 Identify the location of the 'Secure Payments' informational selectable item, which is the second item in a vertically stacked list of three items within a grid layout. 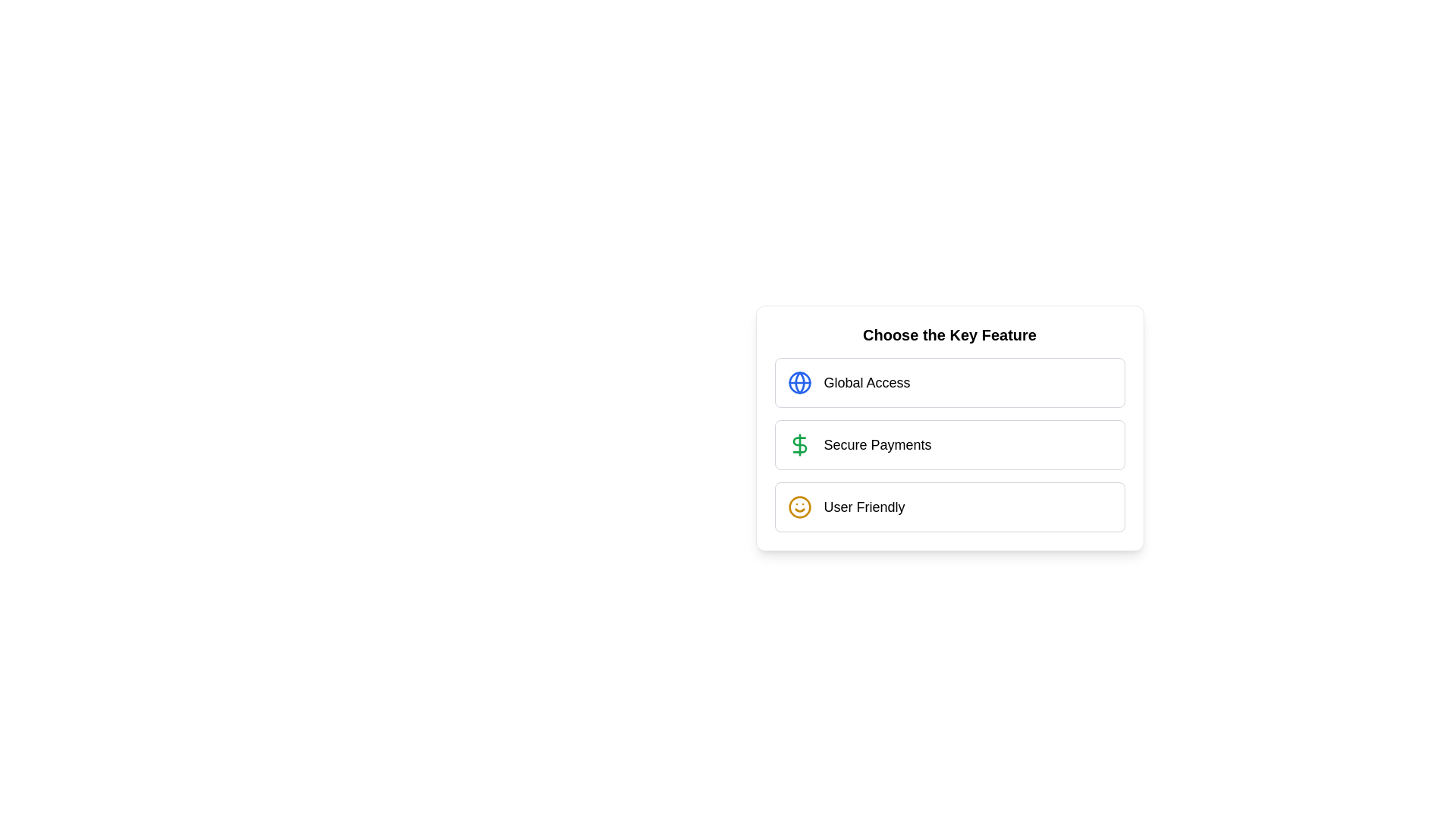
(949, 444).